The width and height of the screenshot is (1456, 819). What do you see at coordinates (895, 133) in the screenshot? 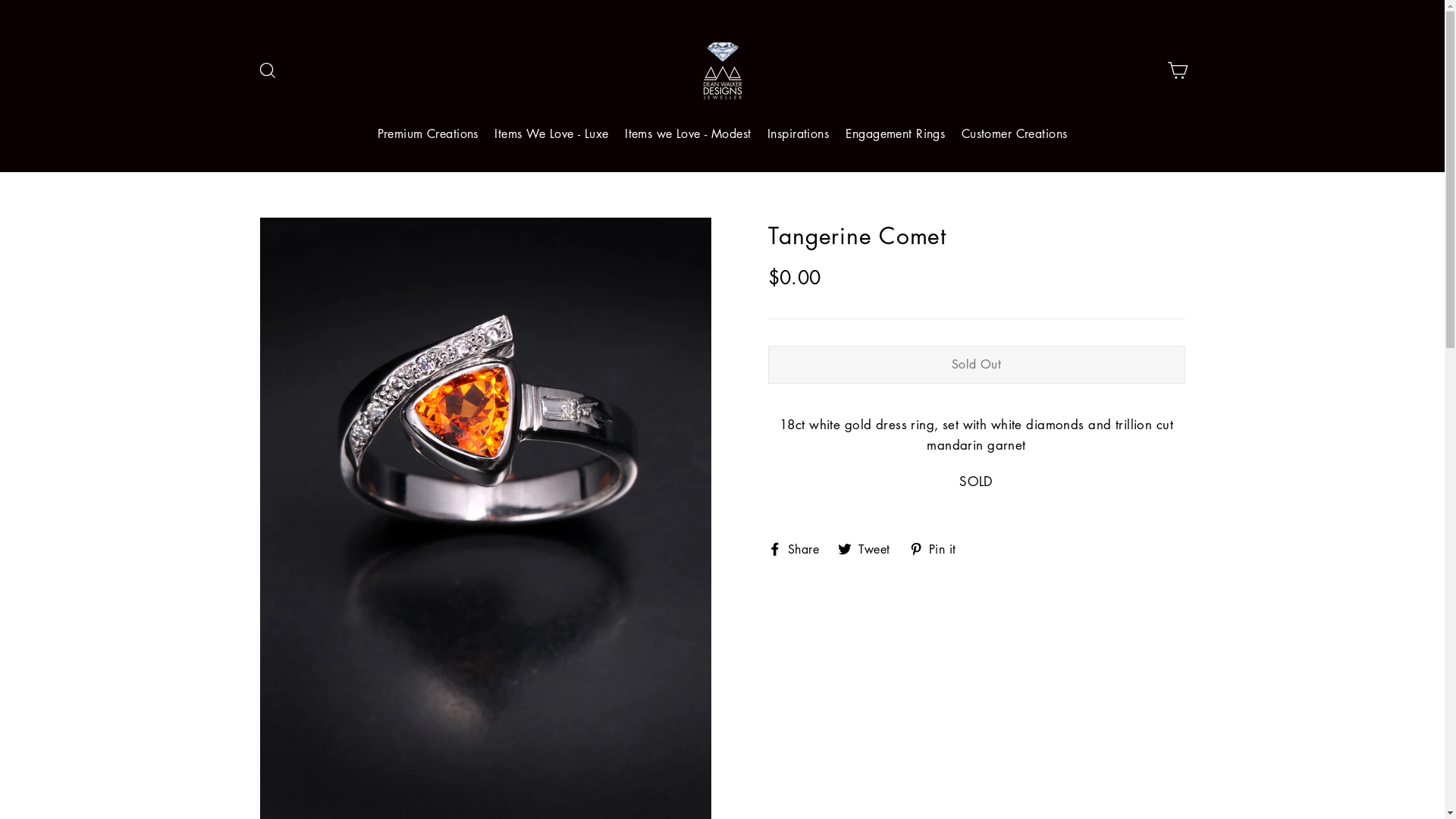
I see `'Engagement Rings'` at bounding box center [895, 133].